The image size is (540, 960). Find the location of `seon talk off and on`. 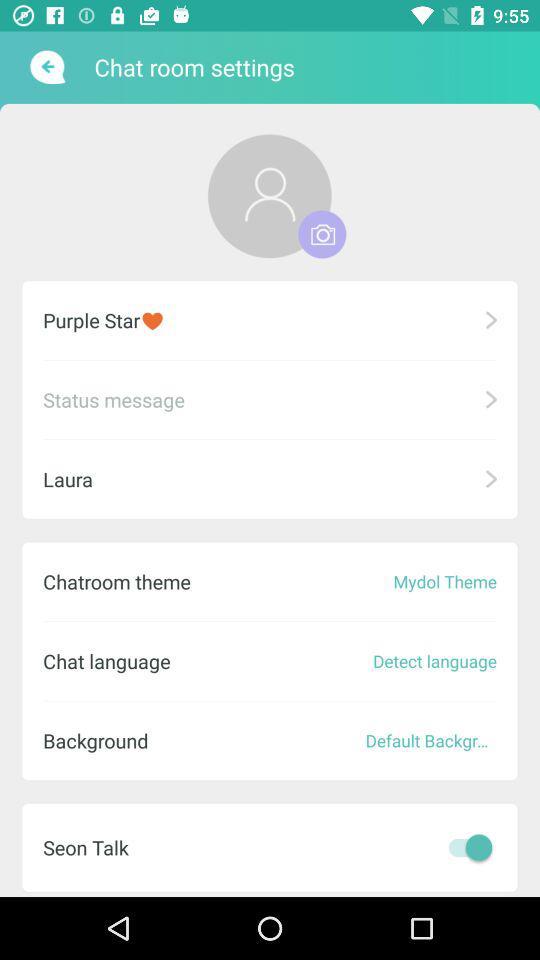

seon talk off and on is located at coordinates (465, 846).